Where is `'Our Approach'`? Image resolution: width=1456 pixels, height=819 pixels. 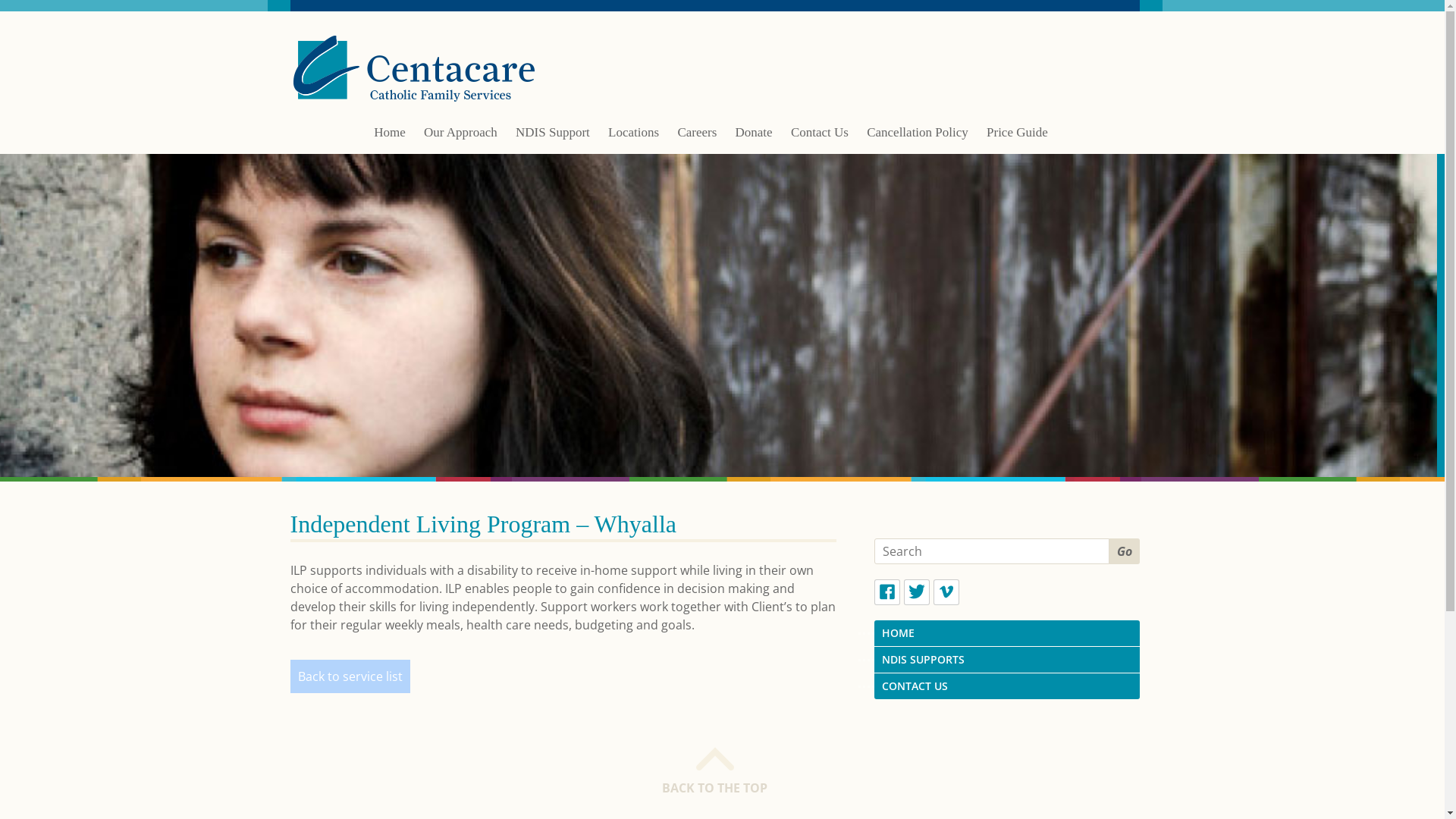
'Our Approach' is located at coordinates (460, 140).